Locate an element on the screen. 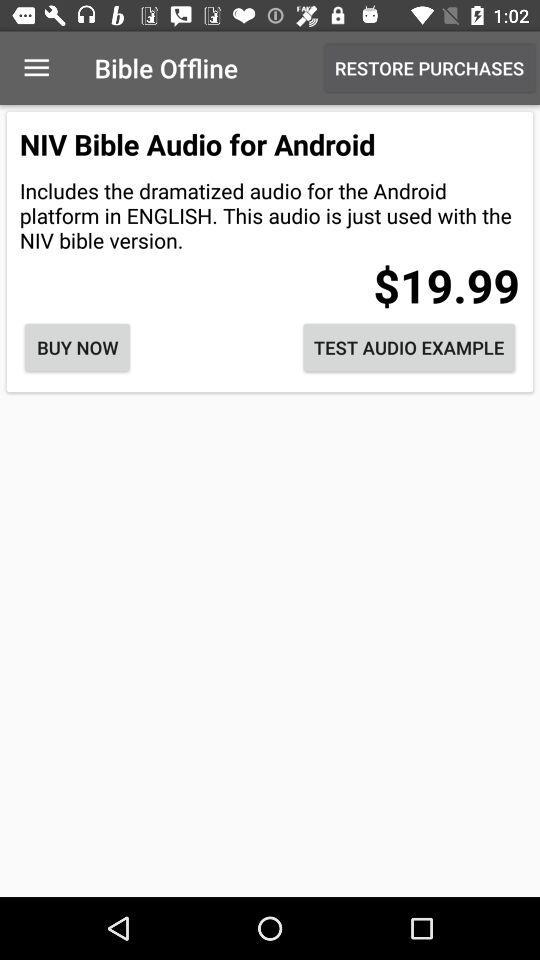 This screenshot has height=960, width=540. the icon below $19.99 is located at coordinates (408, 347).